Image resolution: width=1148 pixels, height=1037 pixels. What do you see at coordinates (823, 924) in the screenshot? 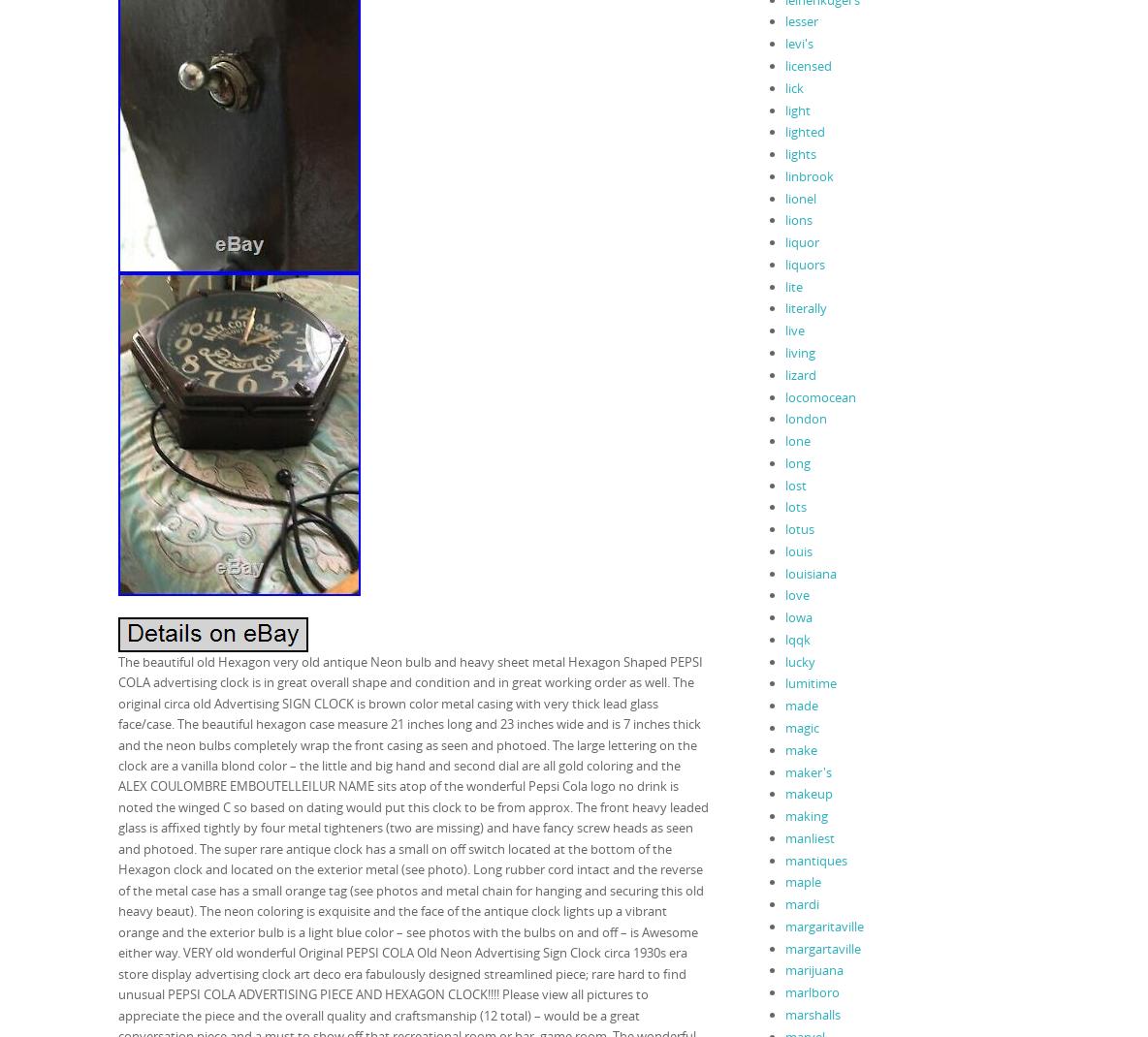
I see `'margaritaville'` at bounding box center [823, 924].